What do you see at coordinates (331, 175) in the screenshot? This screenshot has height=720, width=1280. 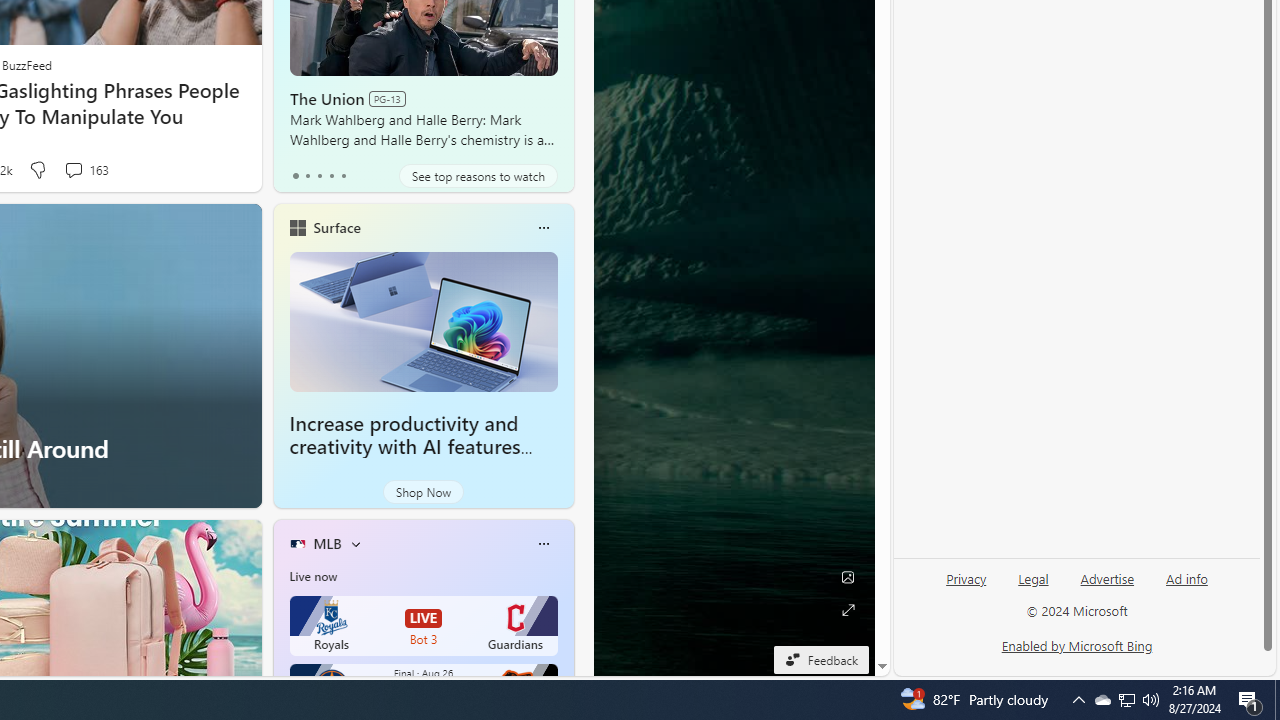 I see `'tab-3'` at bounding box center [331, 175].